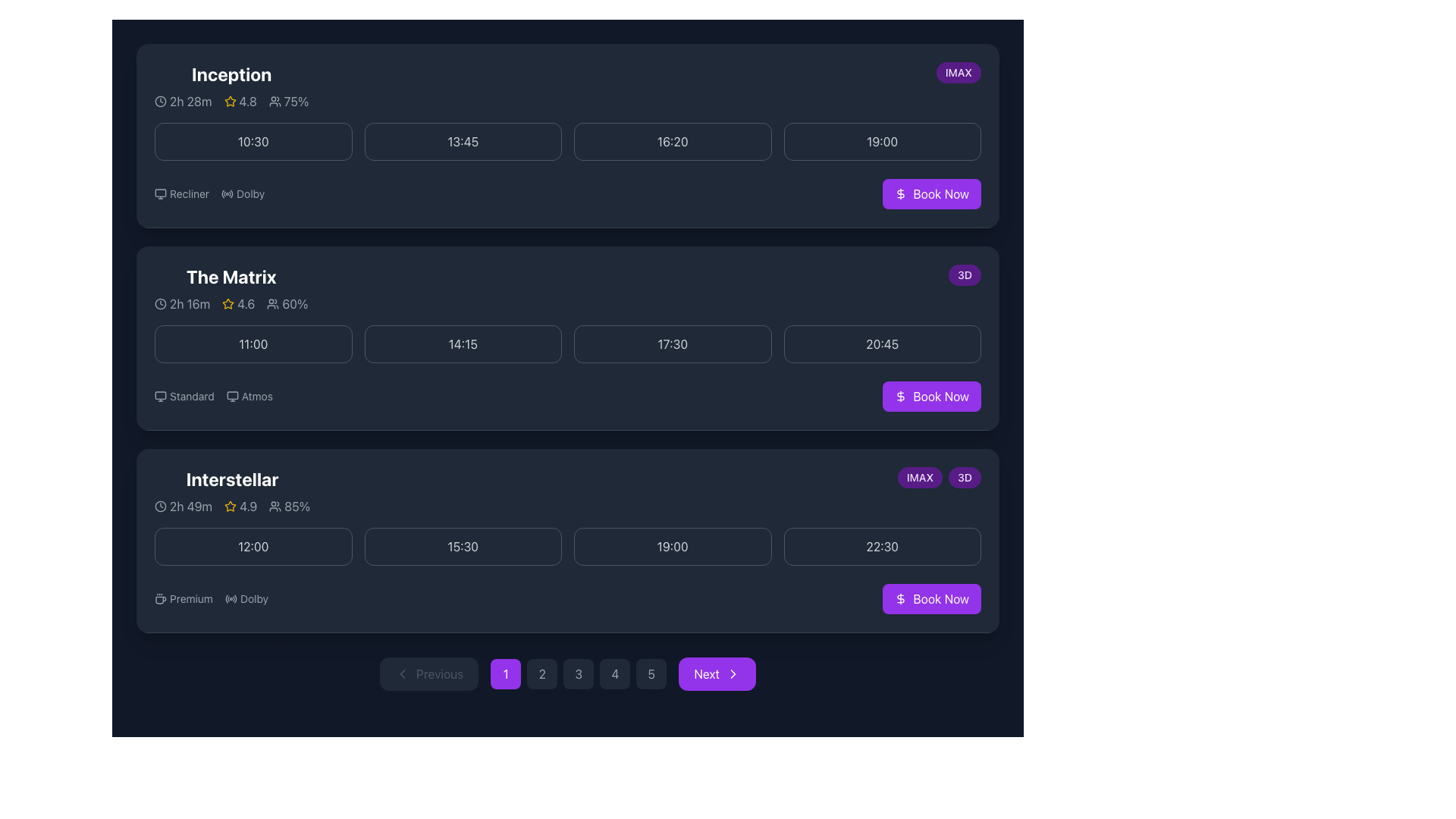  I want to click on the title and essential summary details of the movie 'Inception' located at the top-left corner of its section, so click(231, 86).